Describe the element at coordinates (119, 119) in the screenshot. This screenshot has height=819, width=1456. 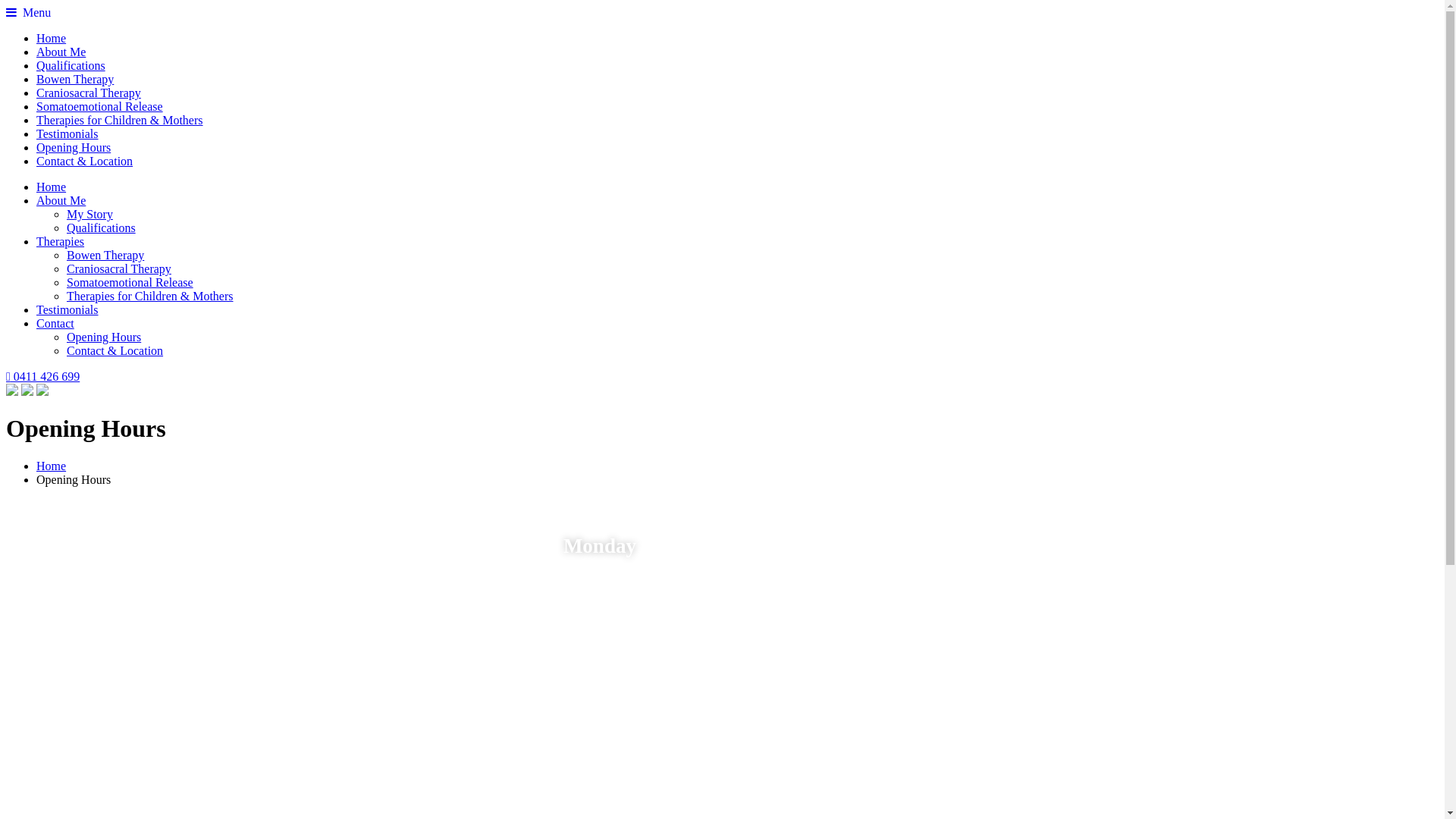
I see `'Therapies for Children & Mothers'` at that location.